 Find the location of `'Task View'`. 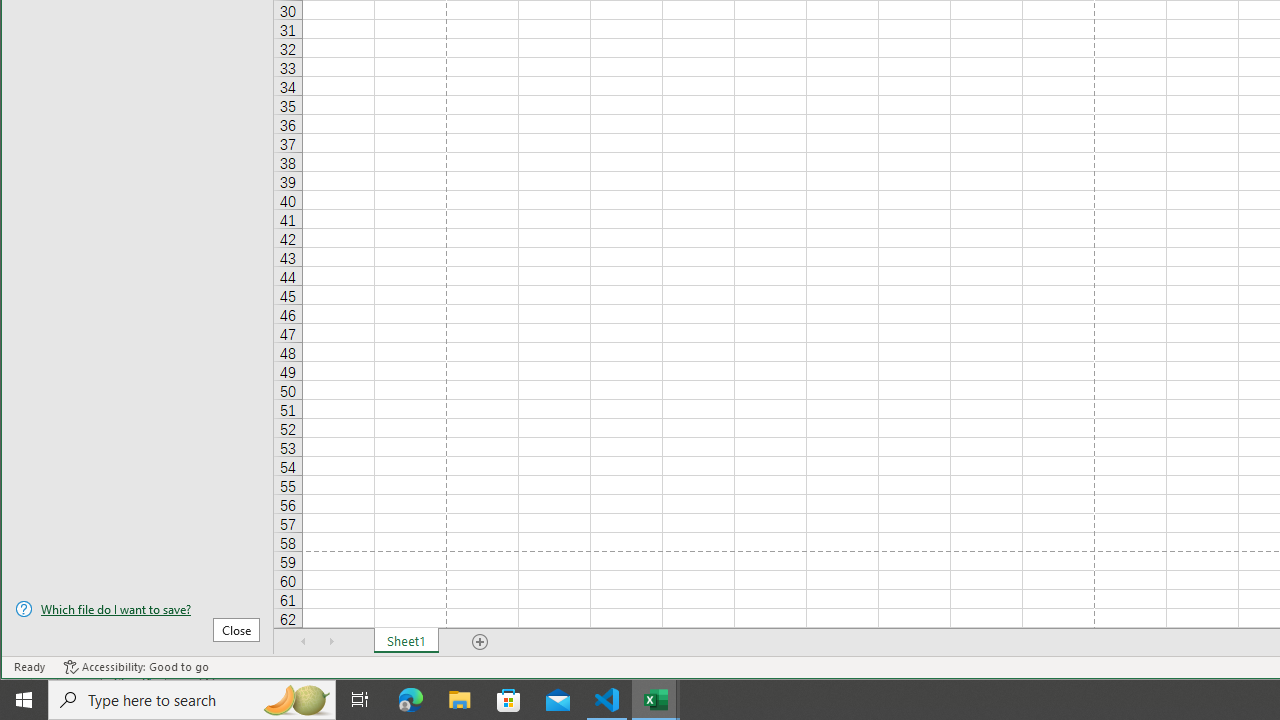

'Task View' is located at coordinates (359, 698).